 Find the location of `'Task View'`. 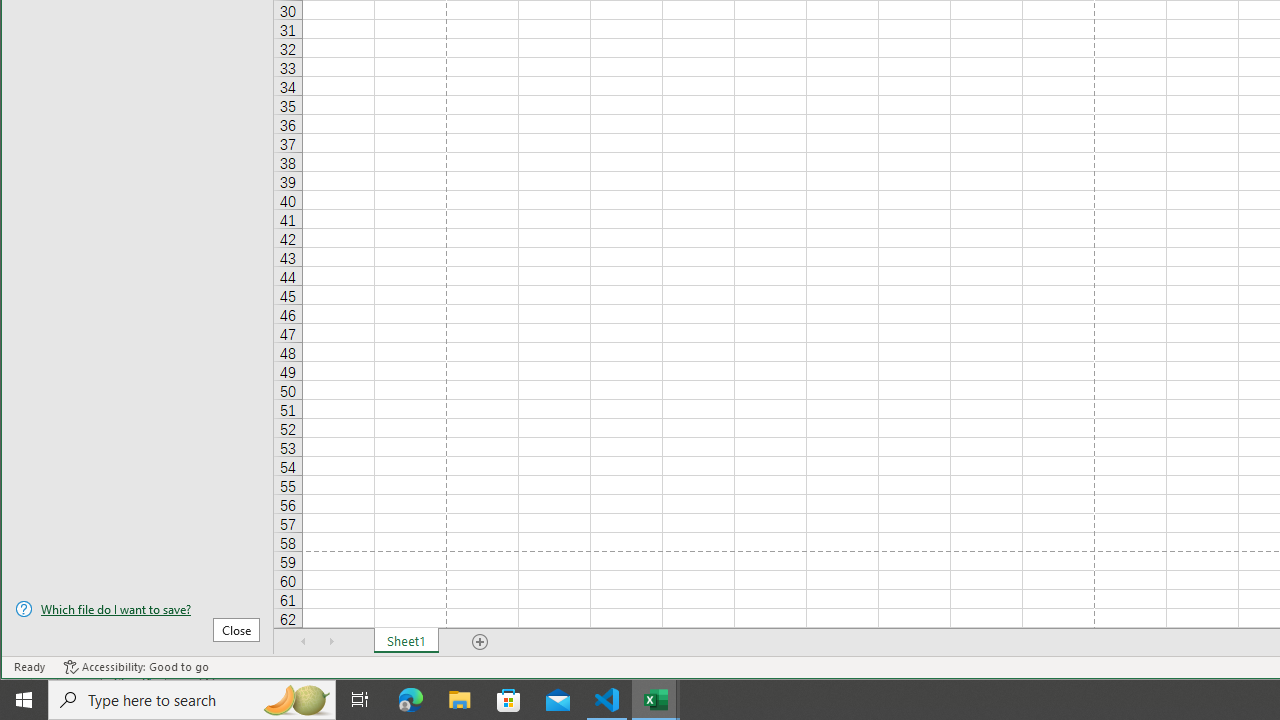

'Task View' is located at coordinates (359, 698).